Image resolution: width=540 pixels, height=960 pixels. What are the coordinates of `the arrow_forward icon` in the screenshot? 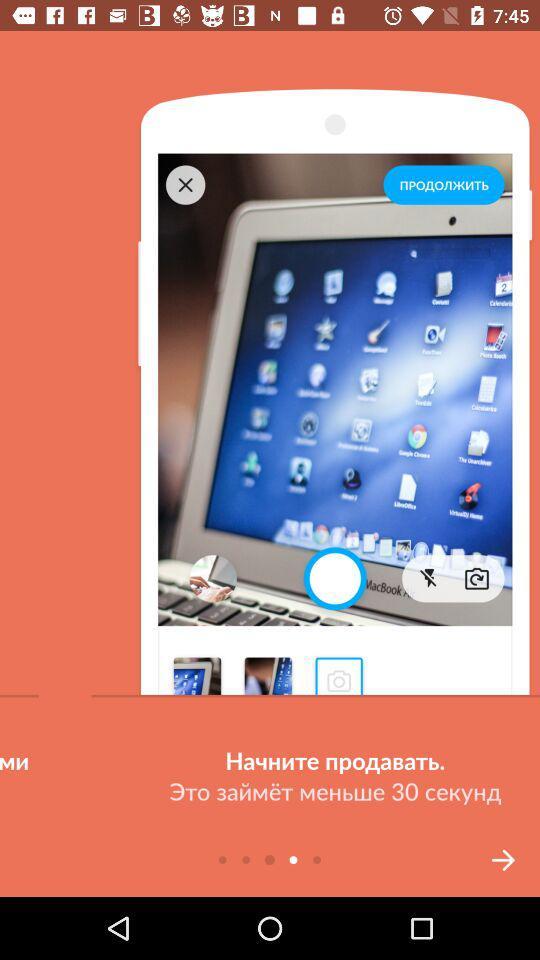 It's located at (502, 859).